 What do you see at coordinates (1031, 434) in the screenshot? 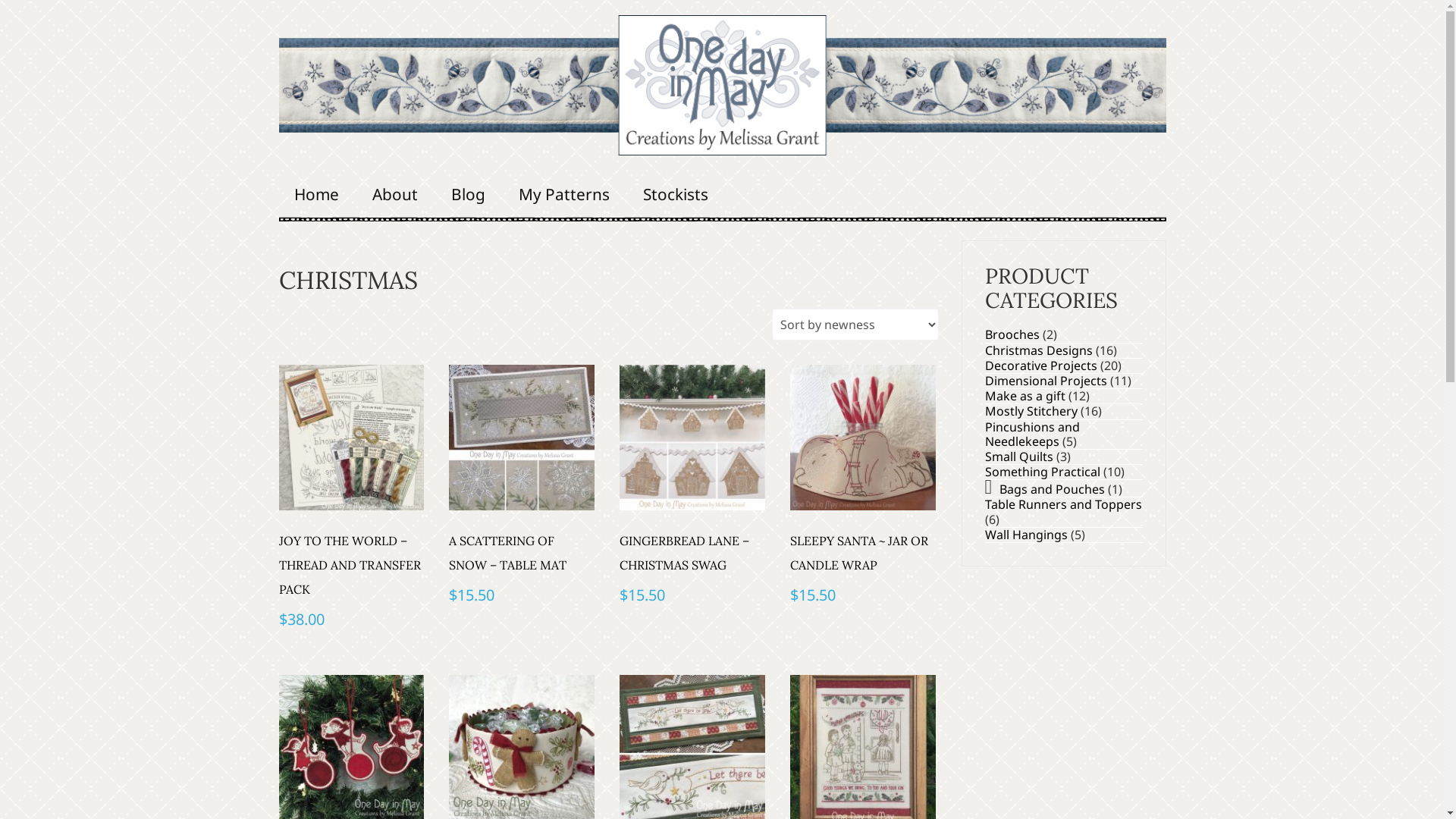
I see `'Pincushions and Needlekeeps'` at bounding box center [1031, 434].